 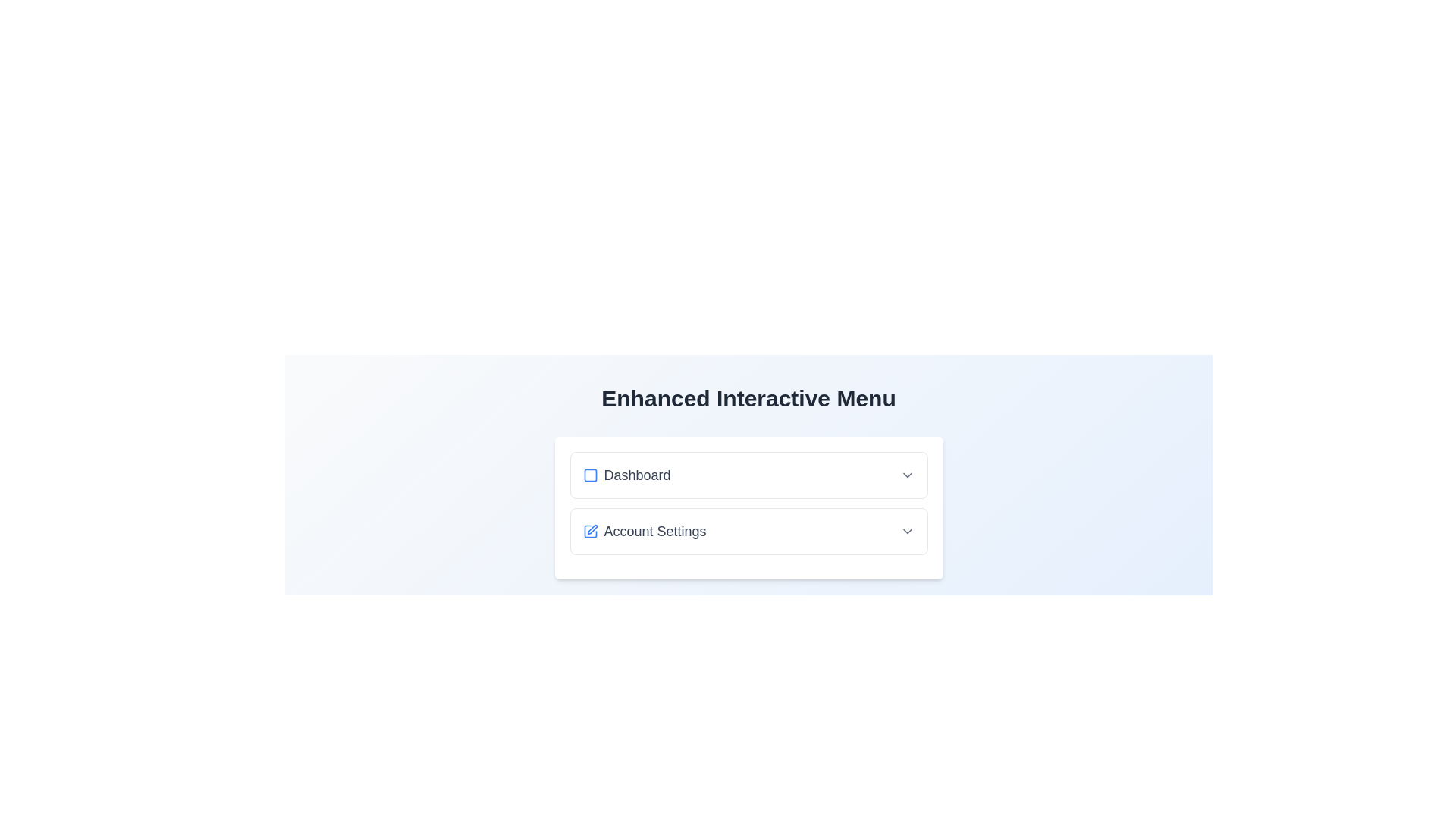 What do you see at coordinates (589, 475) in the screenshot?
I see `the small square-shaped icon with rounded corners and a blue outline, located next to the 'Dashboard' label in the menu interface` at bounding box center [589, 475].